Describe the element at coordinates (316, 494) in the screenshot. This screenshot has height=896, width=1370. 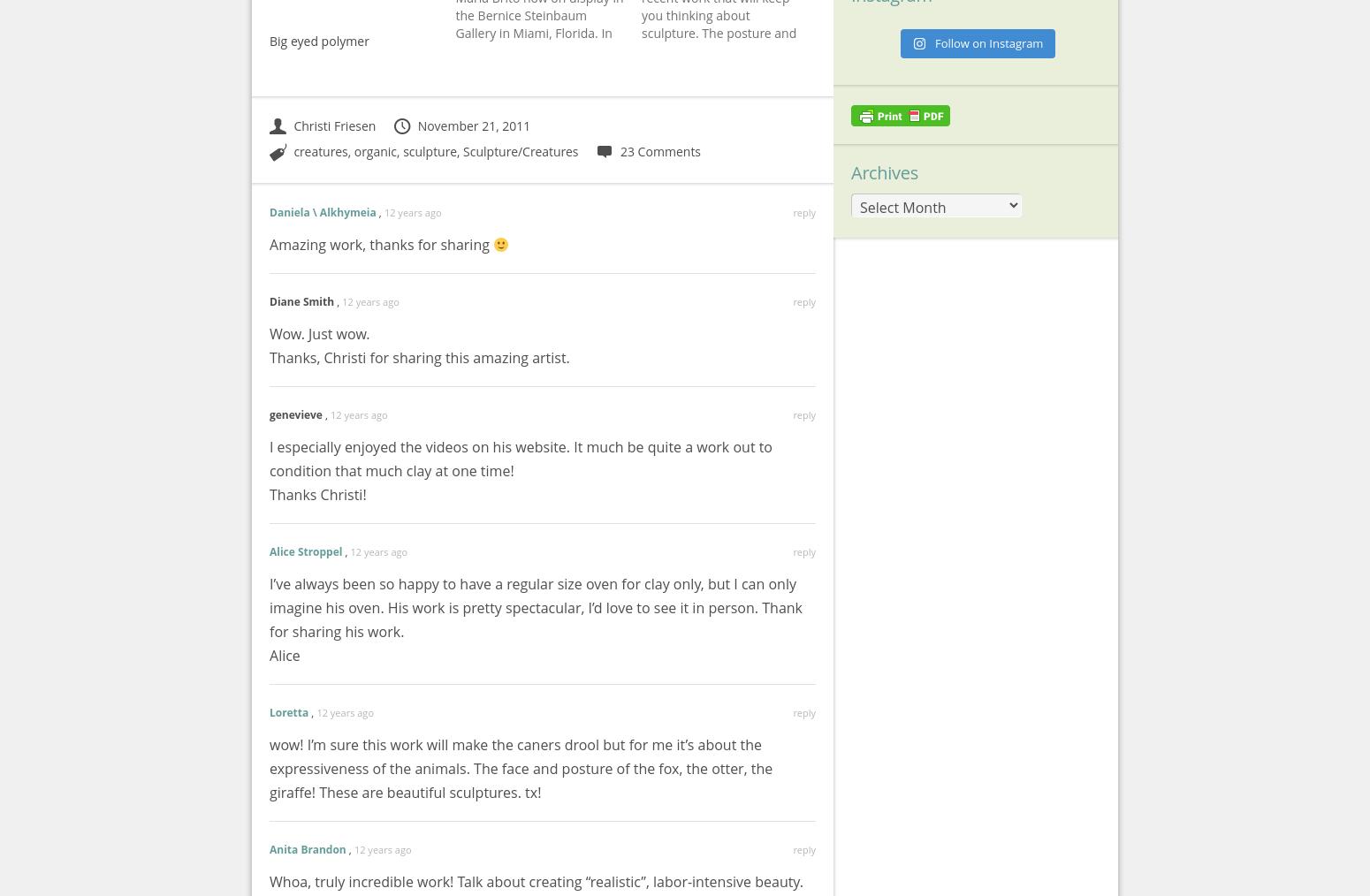
I see `'Thanks Christi!'` at that location.